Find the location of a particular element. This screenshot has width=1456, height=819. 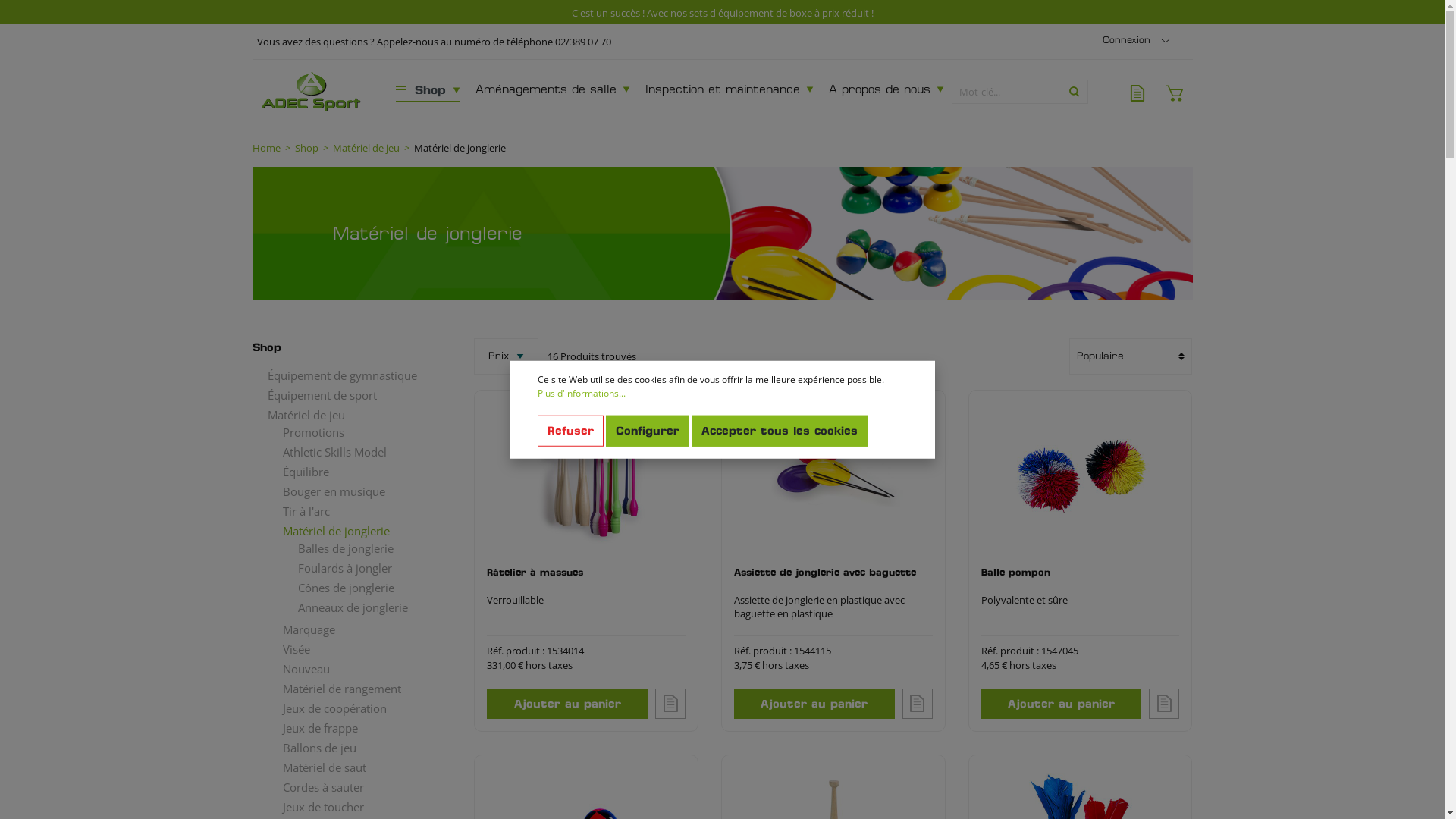

'Jeux de frappe' is located at coordinates (354, 727).